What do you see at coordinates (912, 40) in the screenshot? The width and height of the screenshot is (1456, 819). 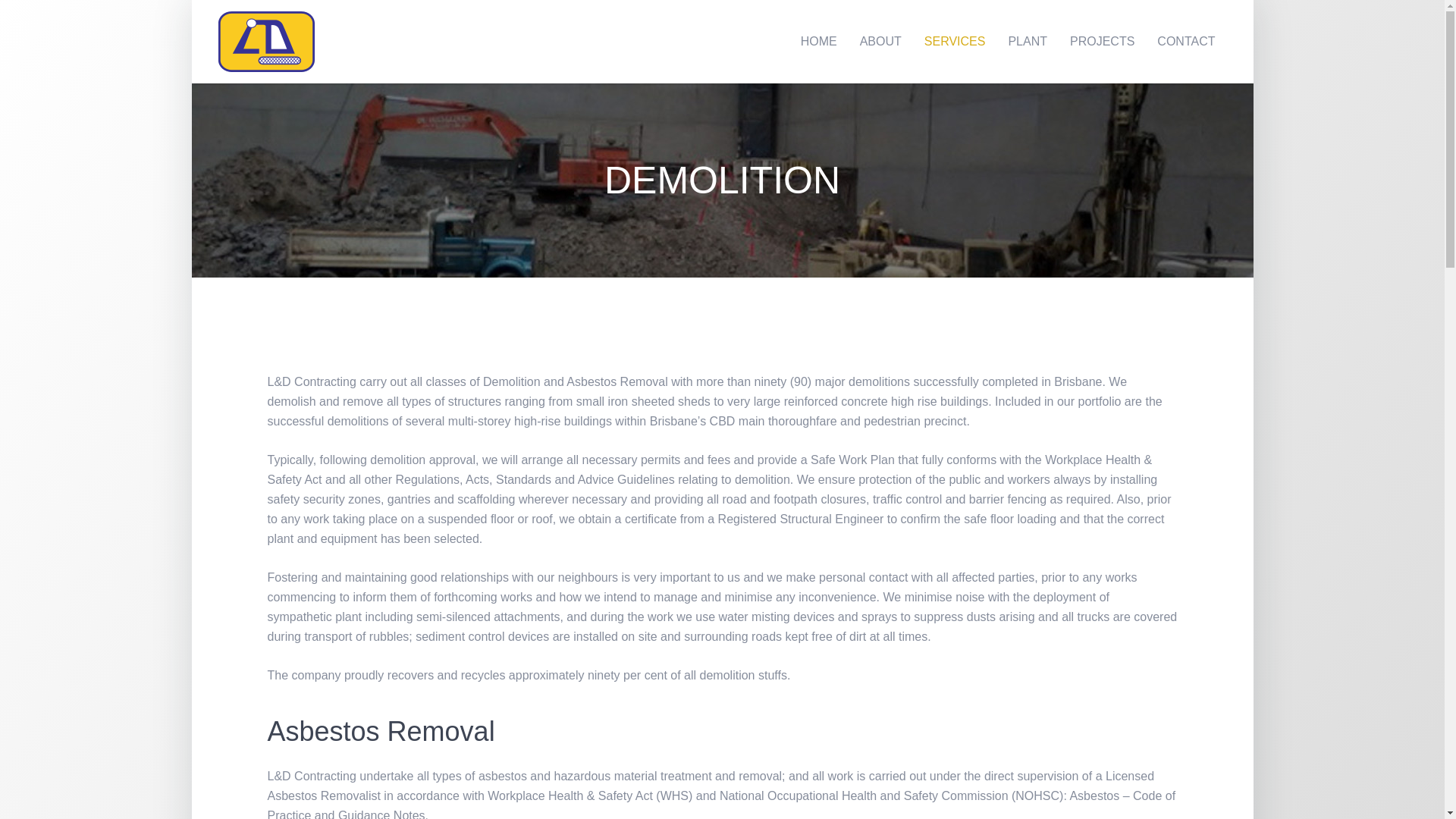 I see `'SERVICES'` at bounding box center [912, 40].